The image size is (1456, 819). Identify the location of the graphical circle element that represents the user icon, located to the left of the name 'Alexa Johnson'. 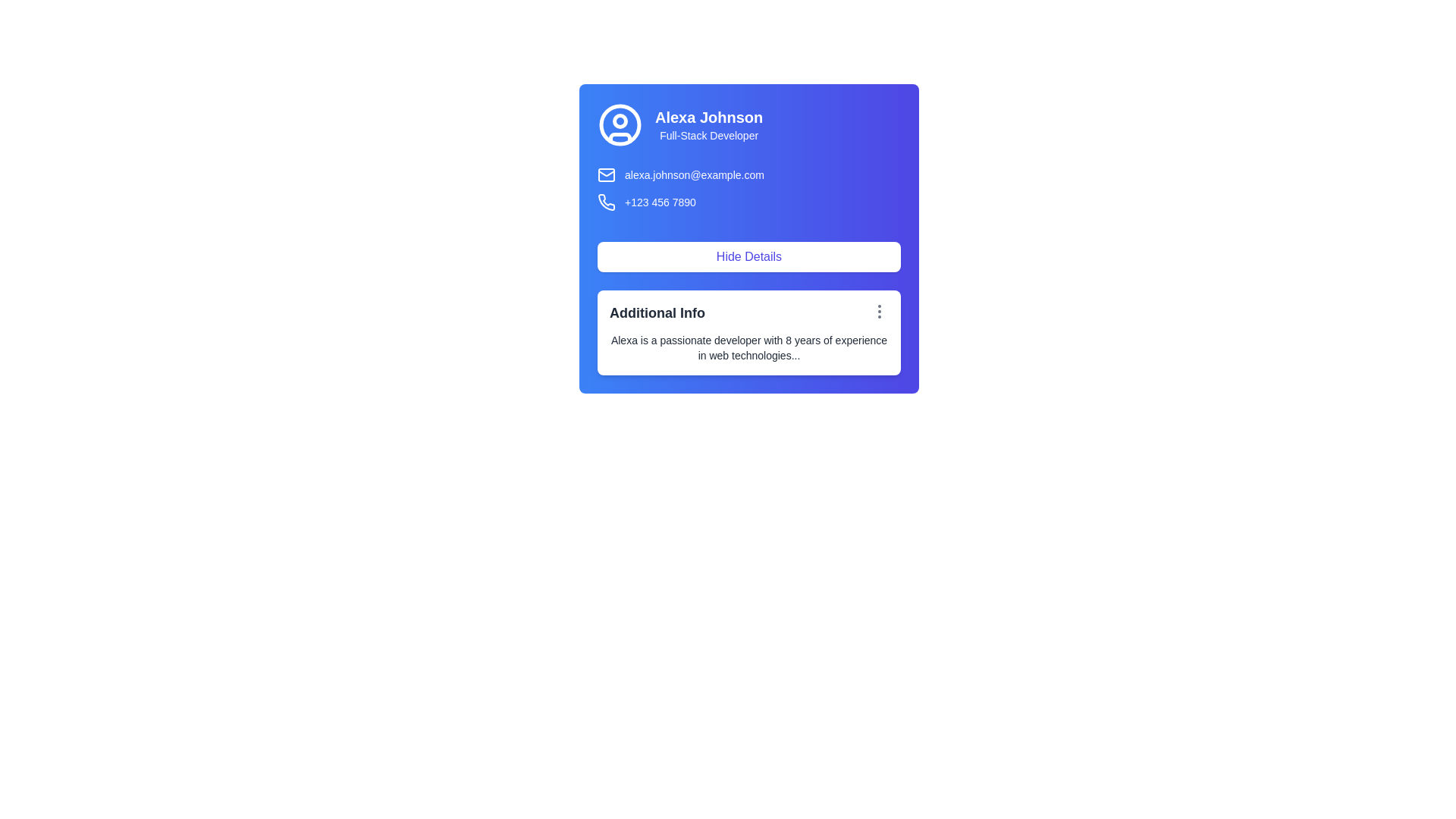
(620, 120).